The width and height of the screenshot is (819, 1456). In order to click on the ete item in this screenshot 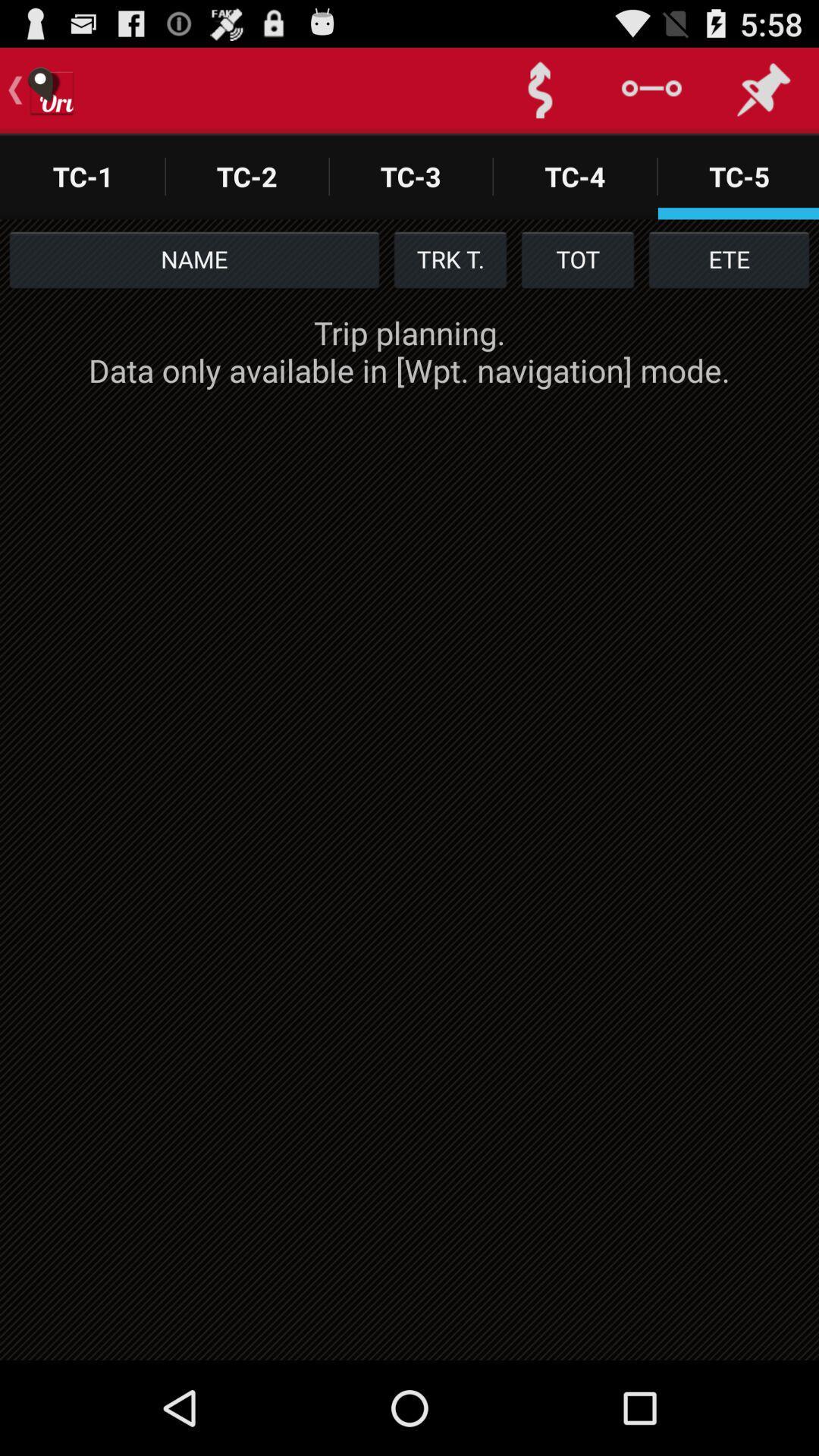, I will do `click(728, 259)`.